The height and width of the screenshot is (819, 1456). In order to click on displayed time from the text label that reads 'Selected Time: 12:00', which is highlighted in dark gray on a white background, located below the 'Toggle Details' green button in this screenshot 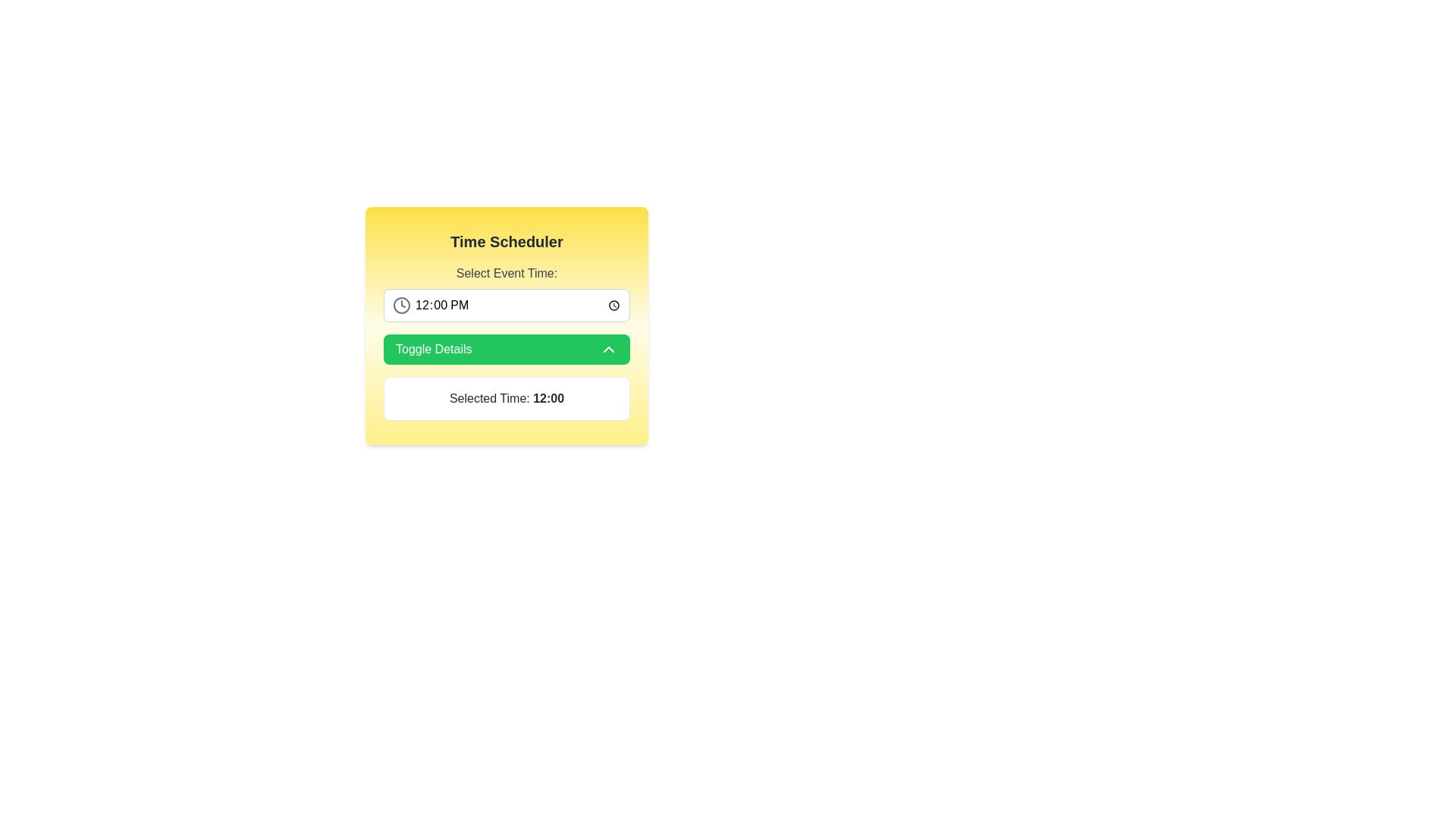, I will do `click(507, 397)`.